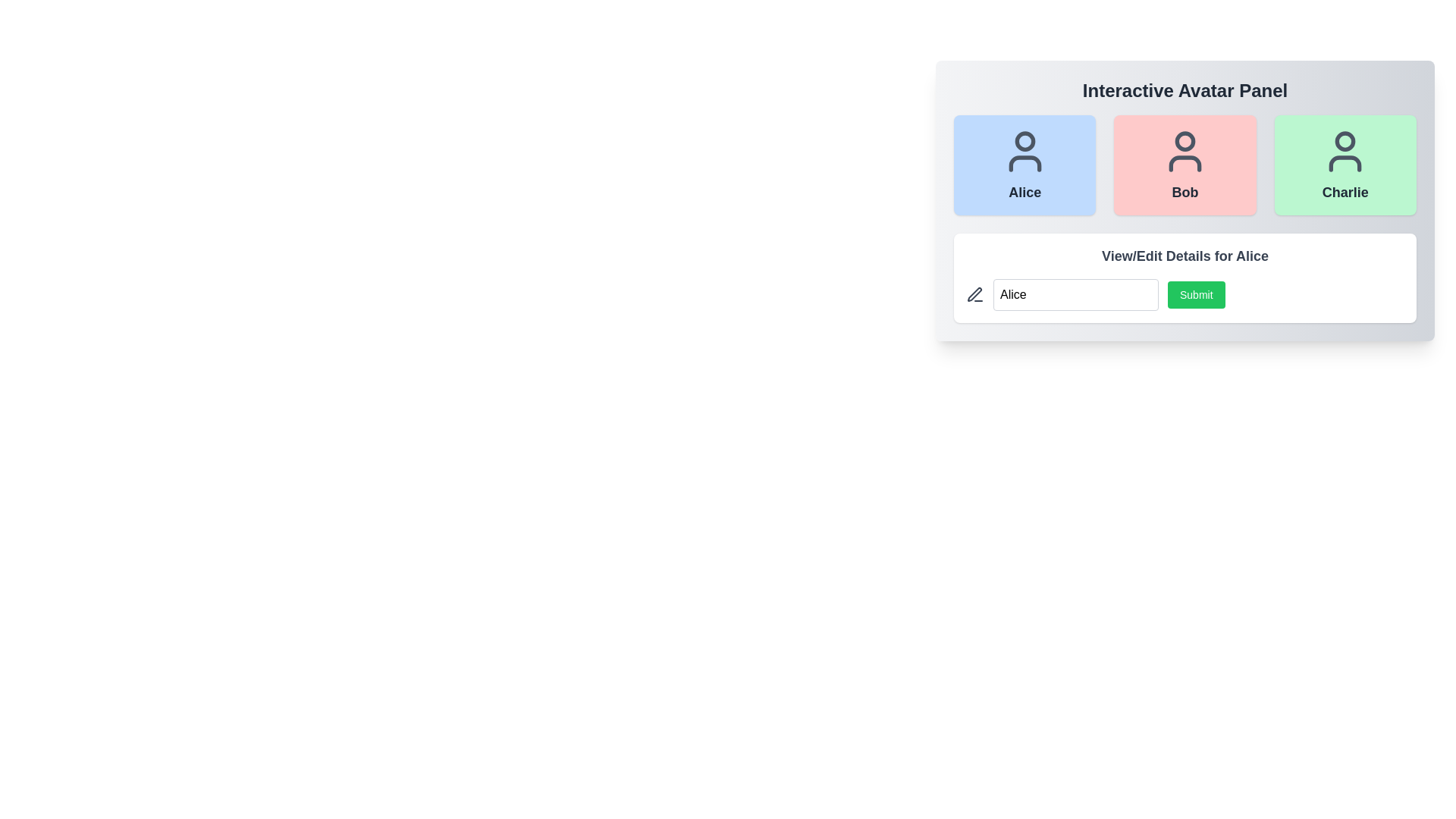 This screenshot has width=1456, height=819. Describe the element at coordinates (1345, 152) in the screenshot. I see `the gray user icon outlined against a green background, located at the center of the green card labeled 'Charlie' in the top-right corner of the 'Interactive Avatar Panel'` at that location.